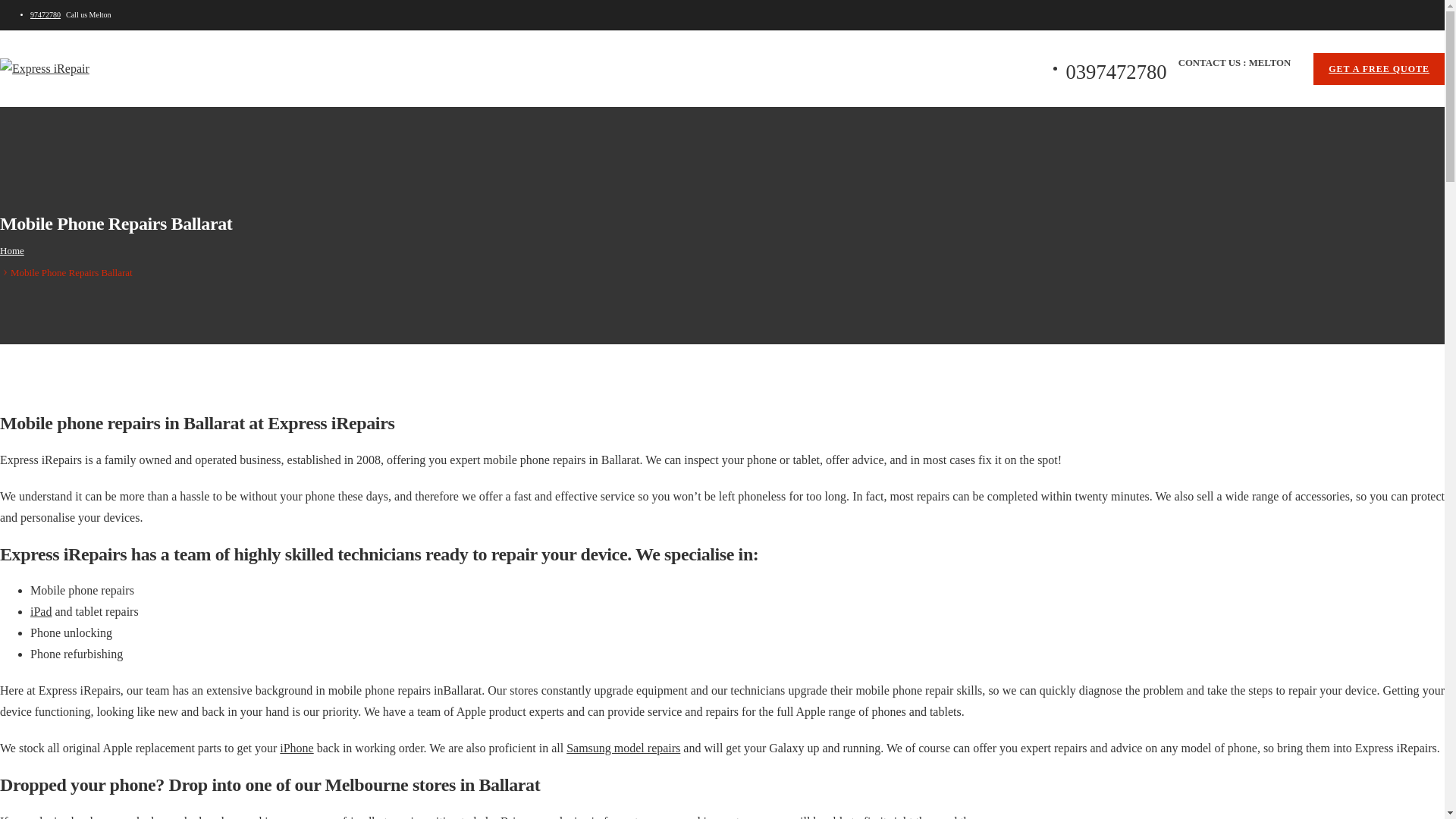 Image resolution: width=1456 pixels, height=819 pixels. I want to click on 'HOME', so click(52, 128).